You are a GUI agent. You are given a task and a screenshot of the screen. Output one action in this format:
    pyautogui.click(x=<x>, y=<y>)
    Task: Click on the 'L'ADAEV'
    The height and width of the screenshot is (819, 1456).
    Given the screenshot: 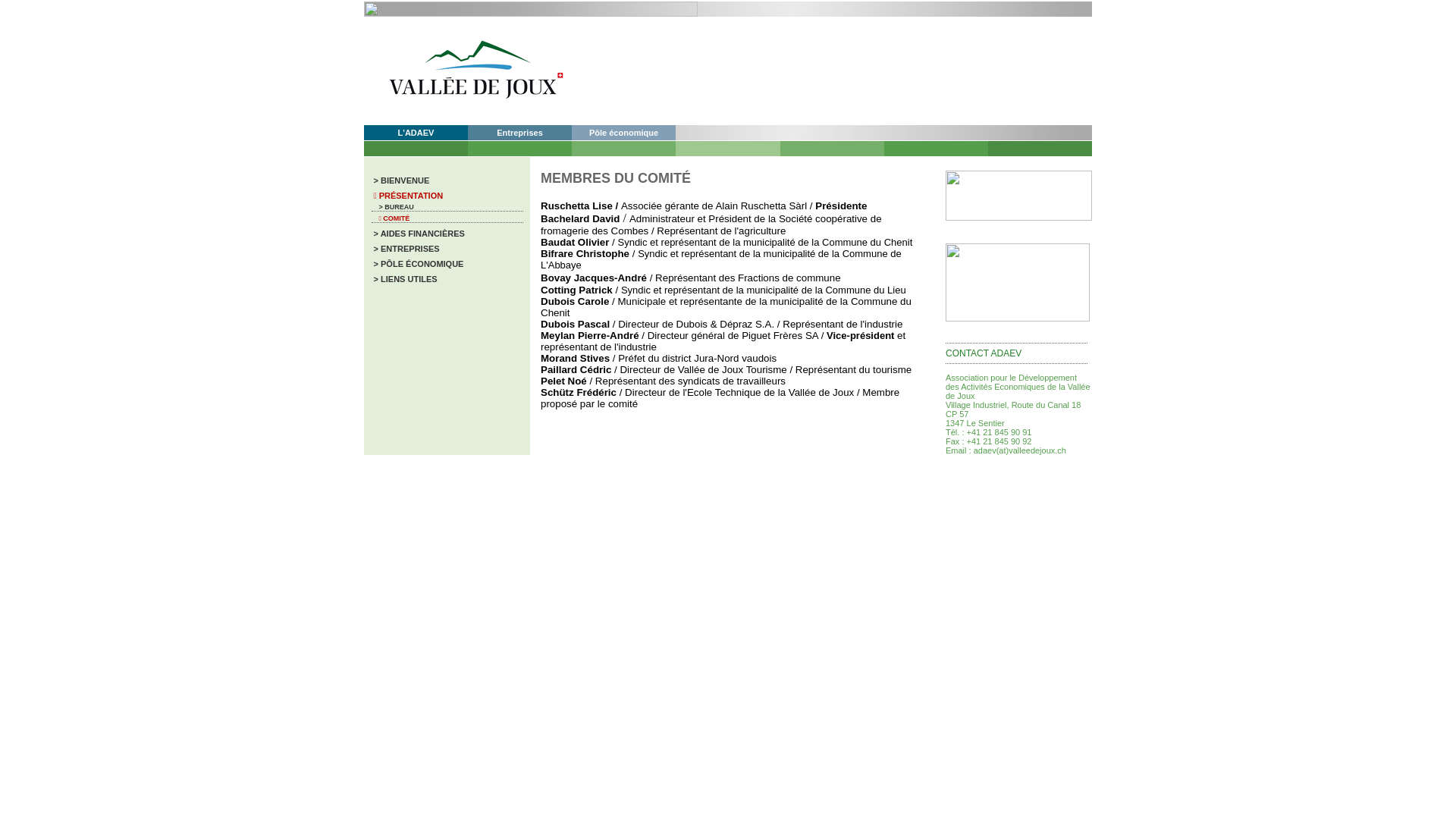 What is the action you would take?
    pyautogui.click(x=416, y=131)
    